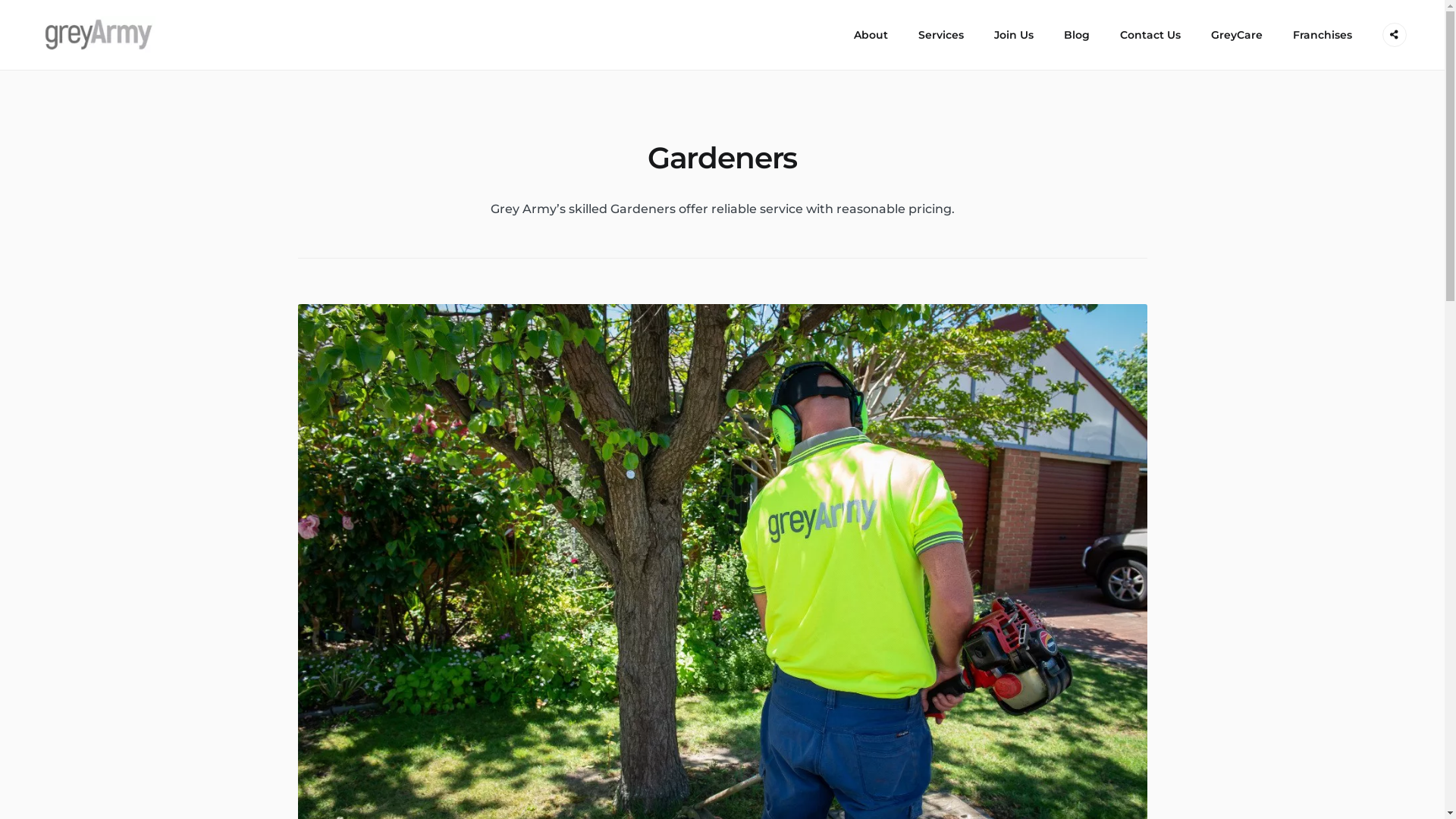 This screenshot has width=1456, height=819. What do you see at coordinates (871, 34) in the screenshot?
I see `'About'` at bounding box center [871, 34].